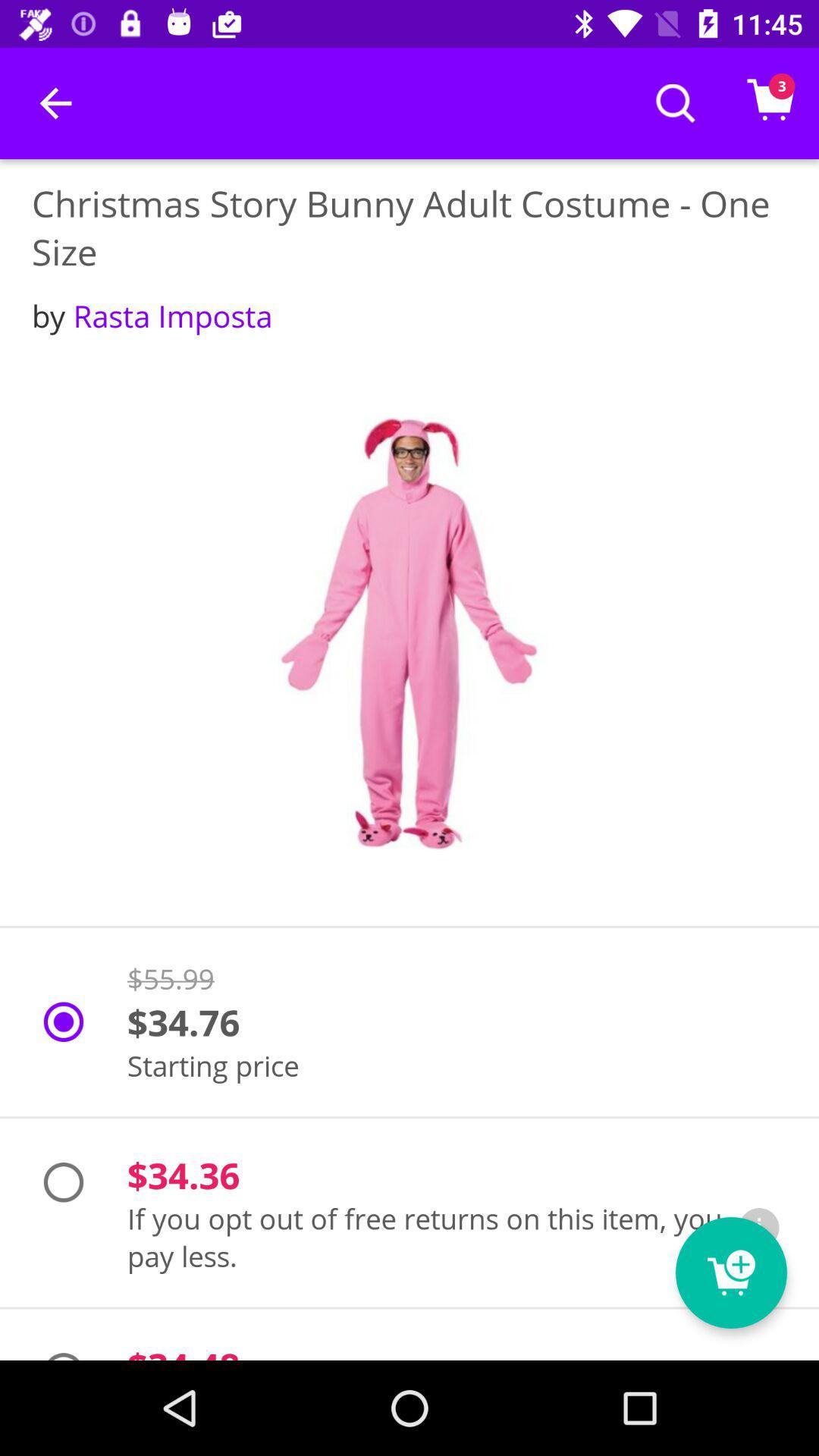 This screenshot has height=1456, width=819. Describe the element at coordinates (730, 1272) in the screenshot. I see `the icon to the right of the $34.48 icon` at that location.